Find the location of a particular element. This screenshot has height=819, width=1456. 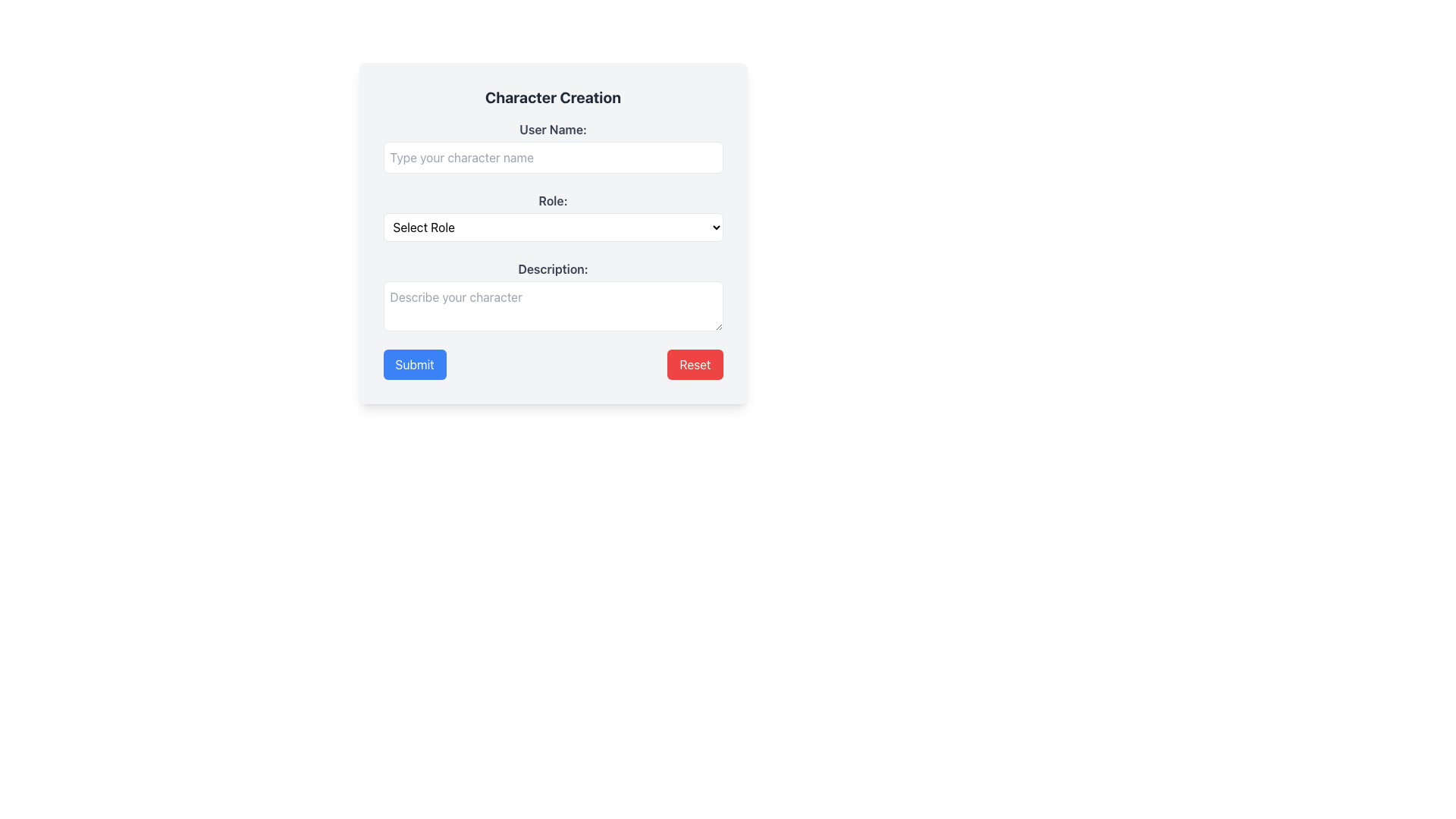

an option from the dropdown menu labeled 'Select Role', located in the center region of the form interface, below the 'Role:' label is located at coordinates (552, 216).